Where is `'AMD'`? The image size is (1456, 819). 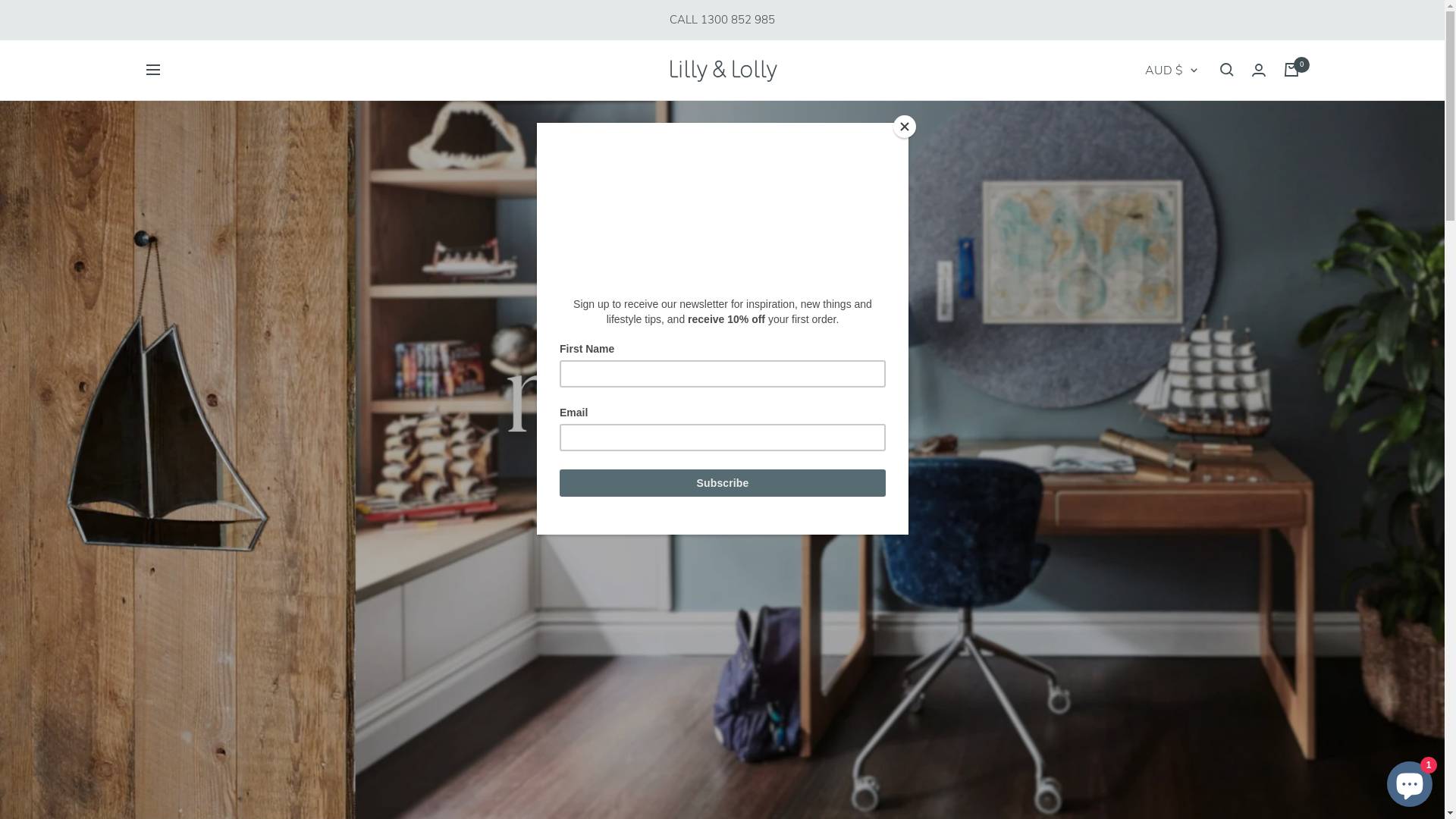 'AMD' is located at coordinates (1116, 207).